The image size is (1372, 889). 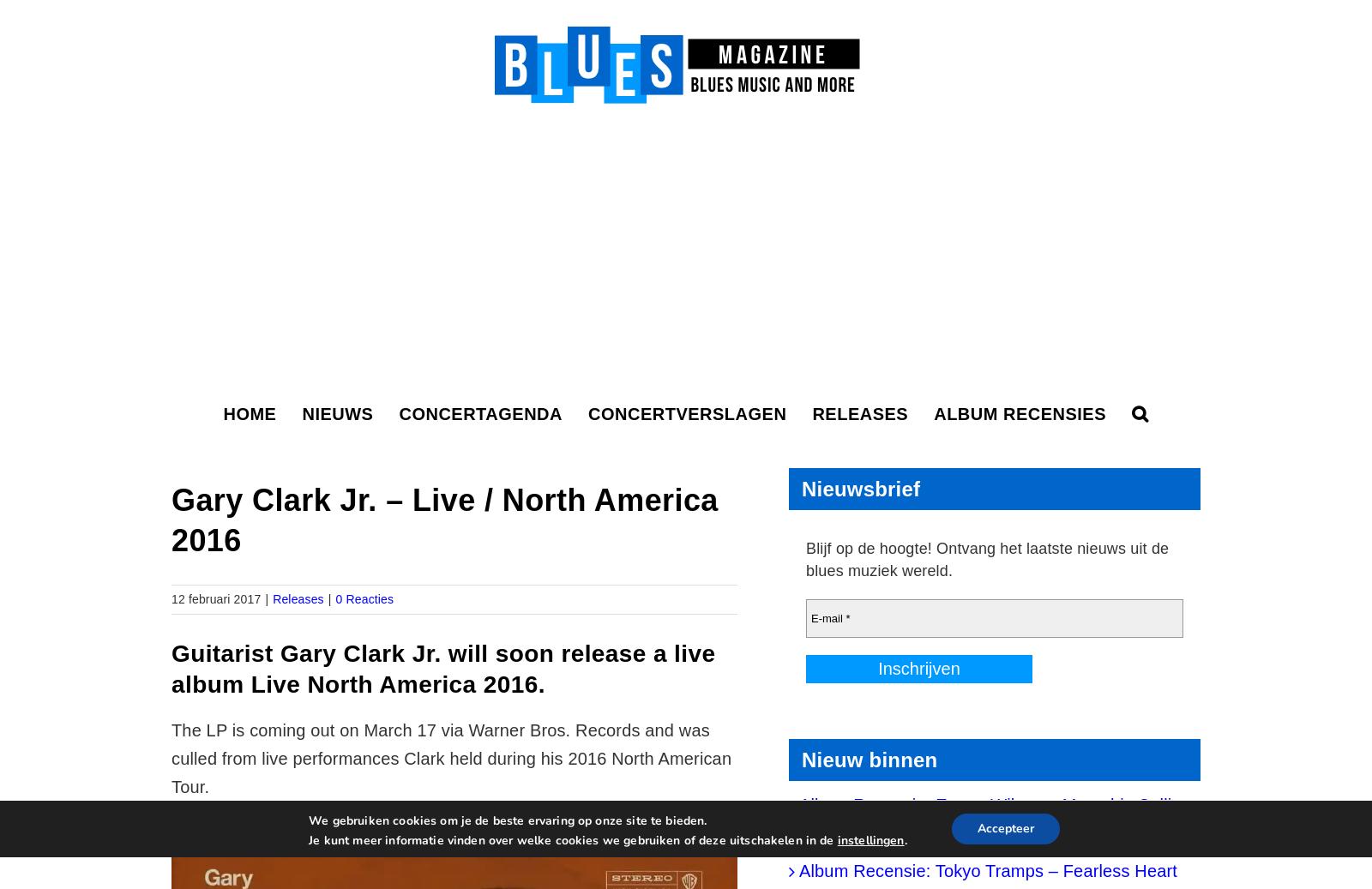 What do you see at coordinates (363, 598) in the screenshot?
I see `'0 Reacties'` at bounding box center [363, 598].